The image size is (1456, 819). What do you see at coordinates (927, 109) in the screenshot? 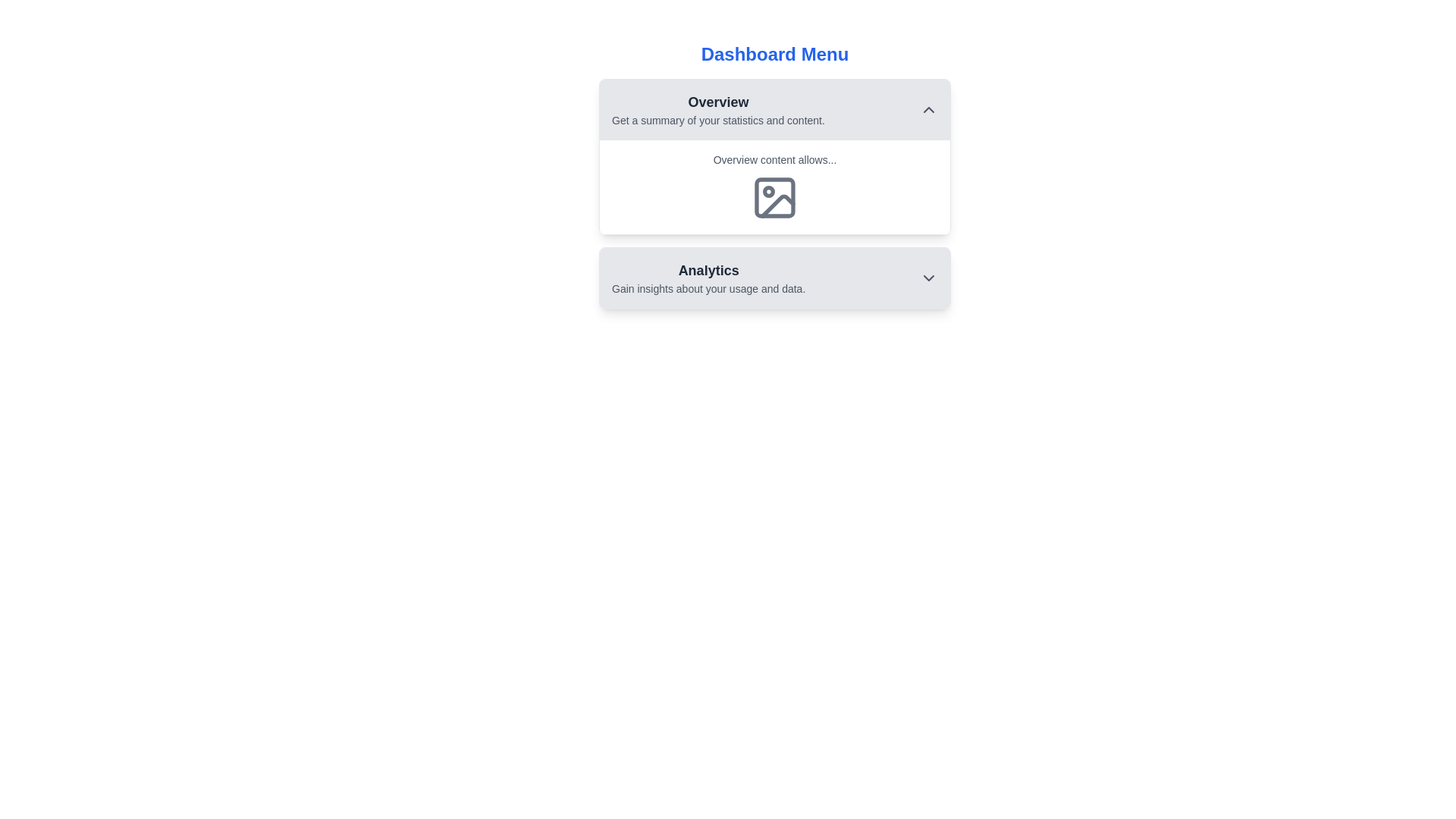
I see `the upward-pointing chevron icon in the top-right corner of the 'Overview' section` at bounding box center [927, 109].